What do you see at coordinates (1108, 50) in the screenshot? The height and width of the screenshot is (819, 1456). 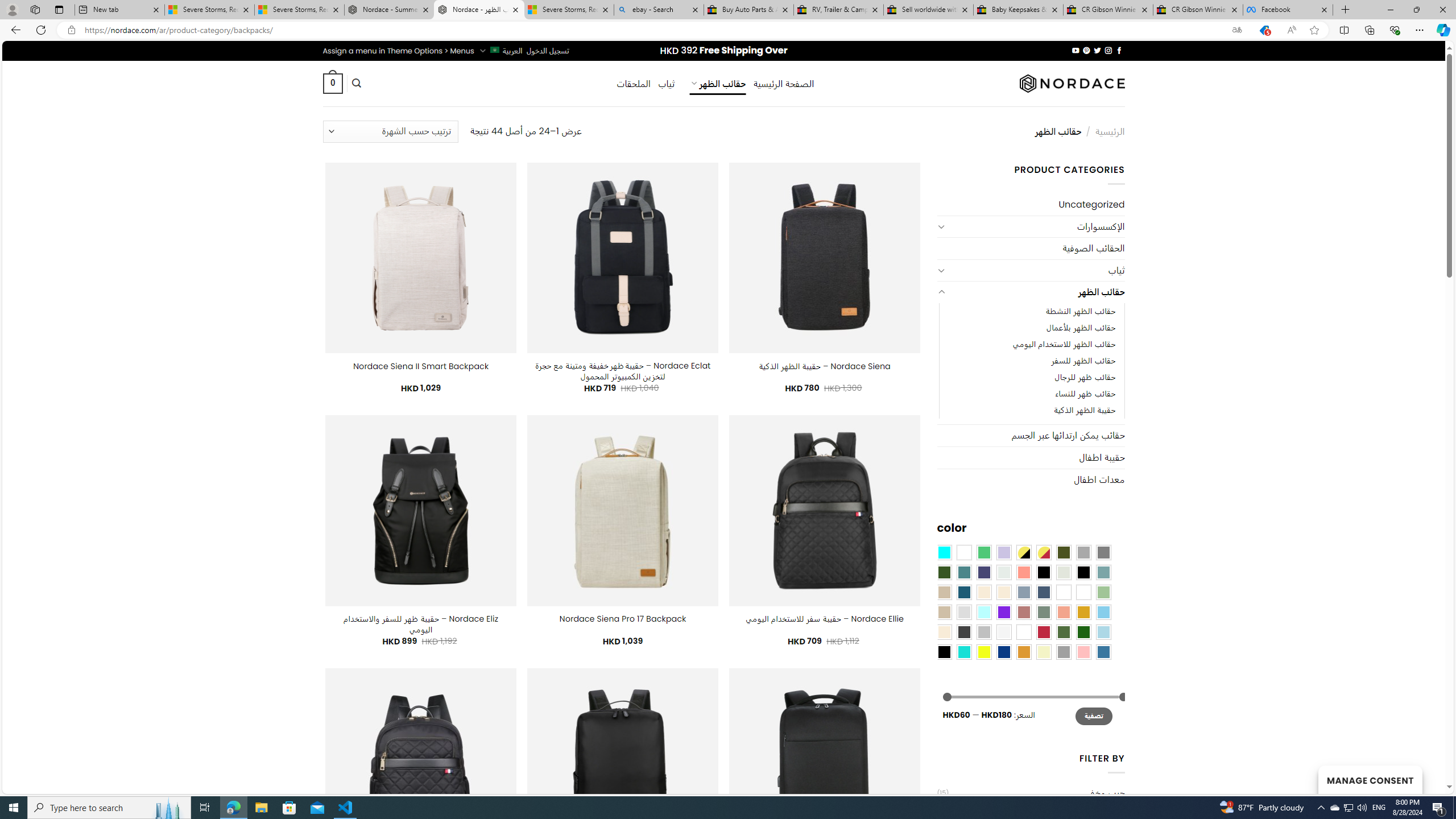 I see `'Follow on Instagram'` at bounding box center [1108, 50].